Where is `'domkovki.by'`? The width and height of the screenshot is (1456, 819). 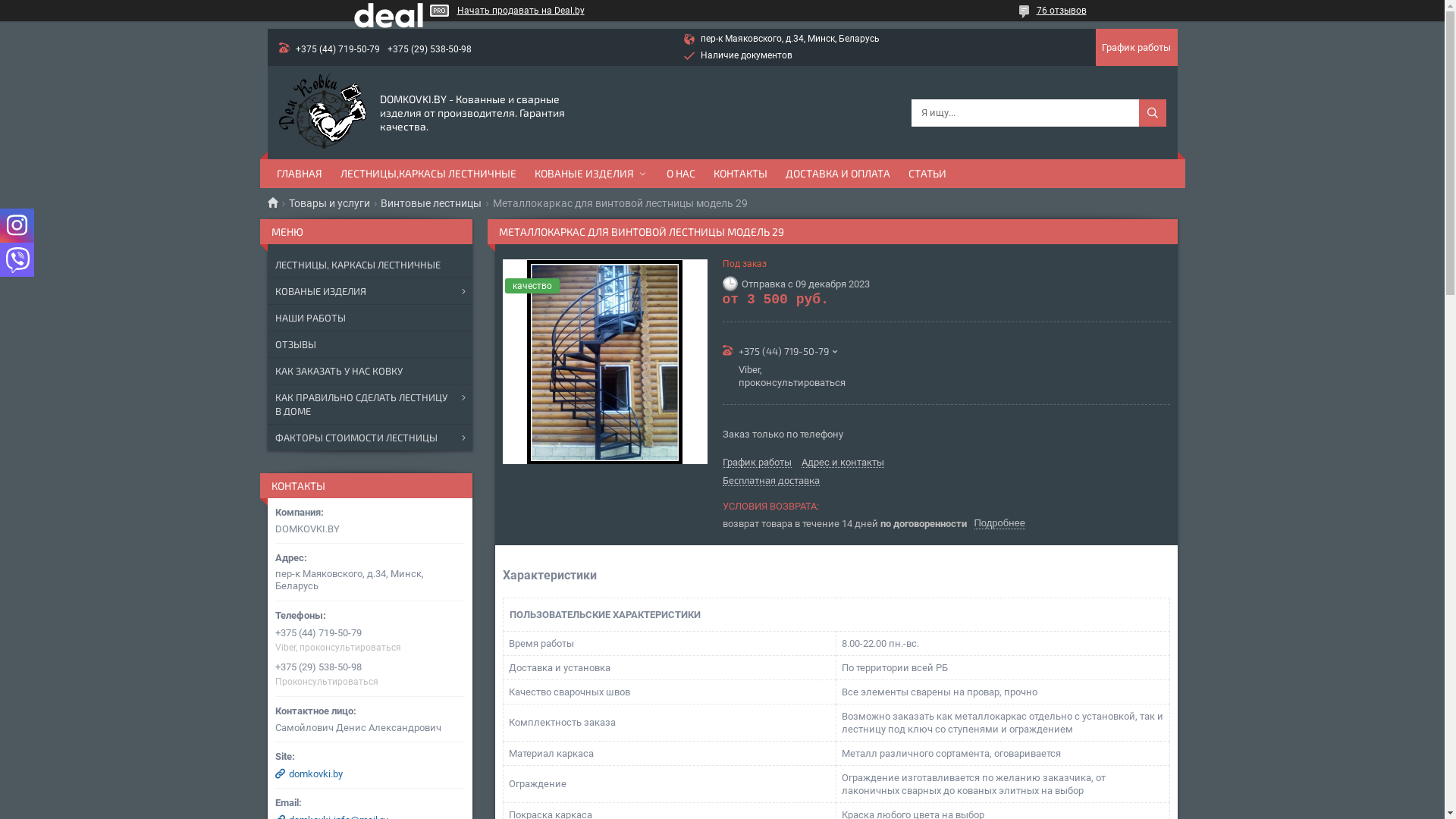
'domkovki.by' is located at coordinates (369, 773).